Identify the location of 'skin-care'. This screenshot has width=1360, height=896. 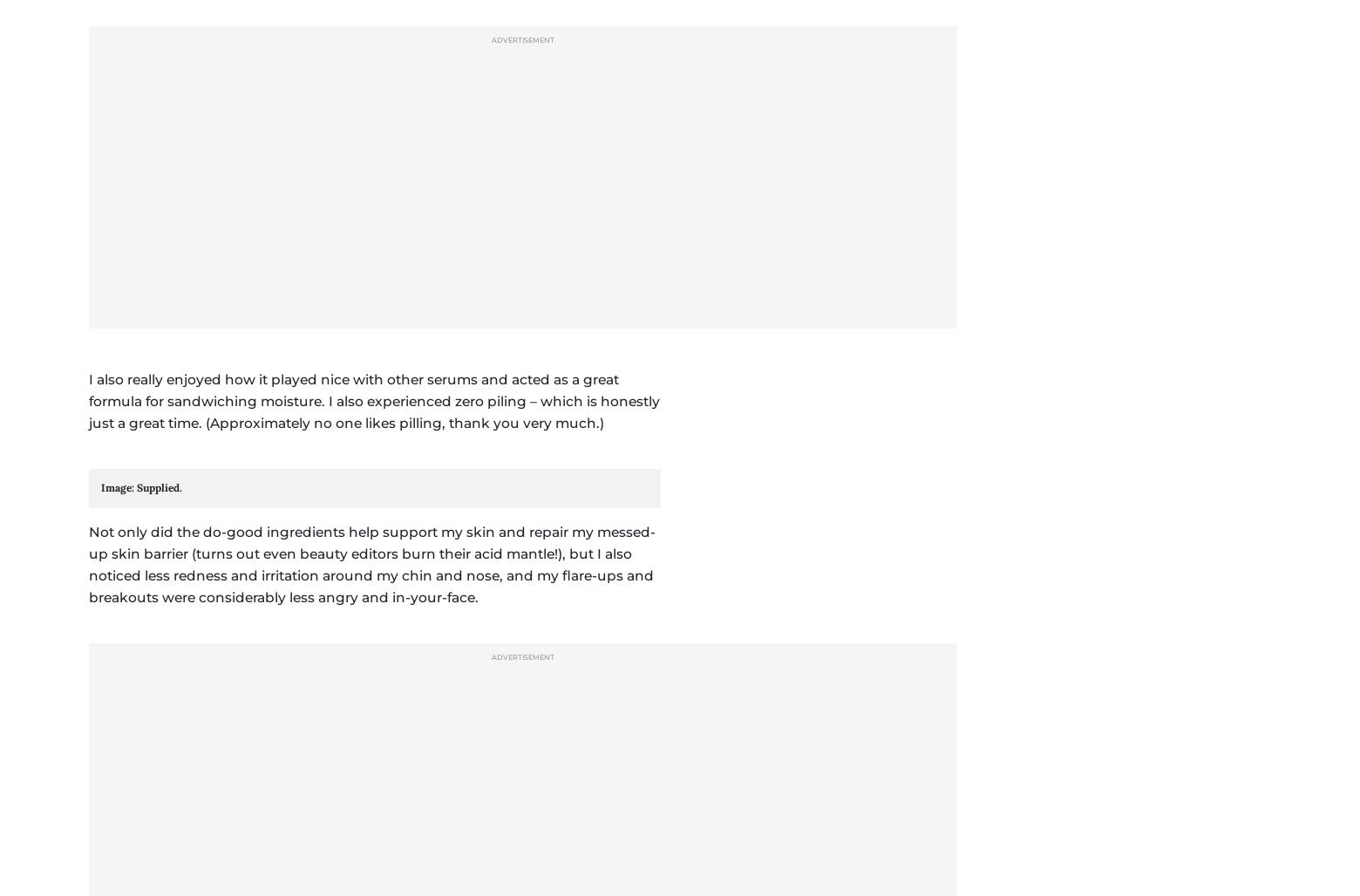
(196, 728).